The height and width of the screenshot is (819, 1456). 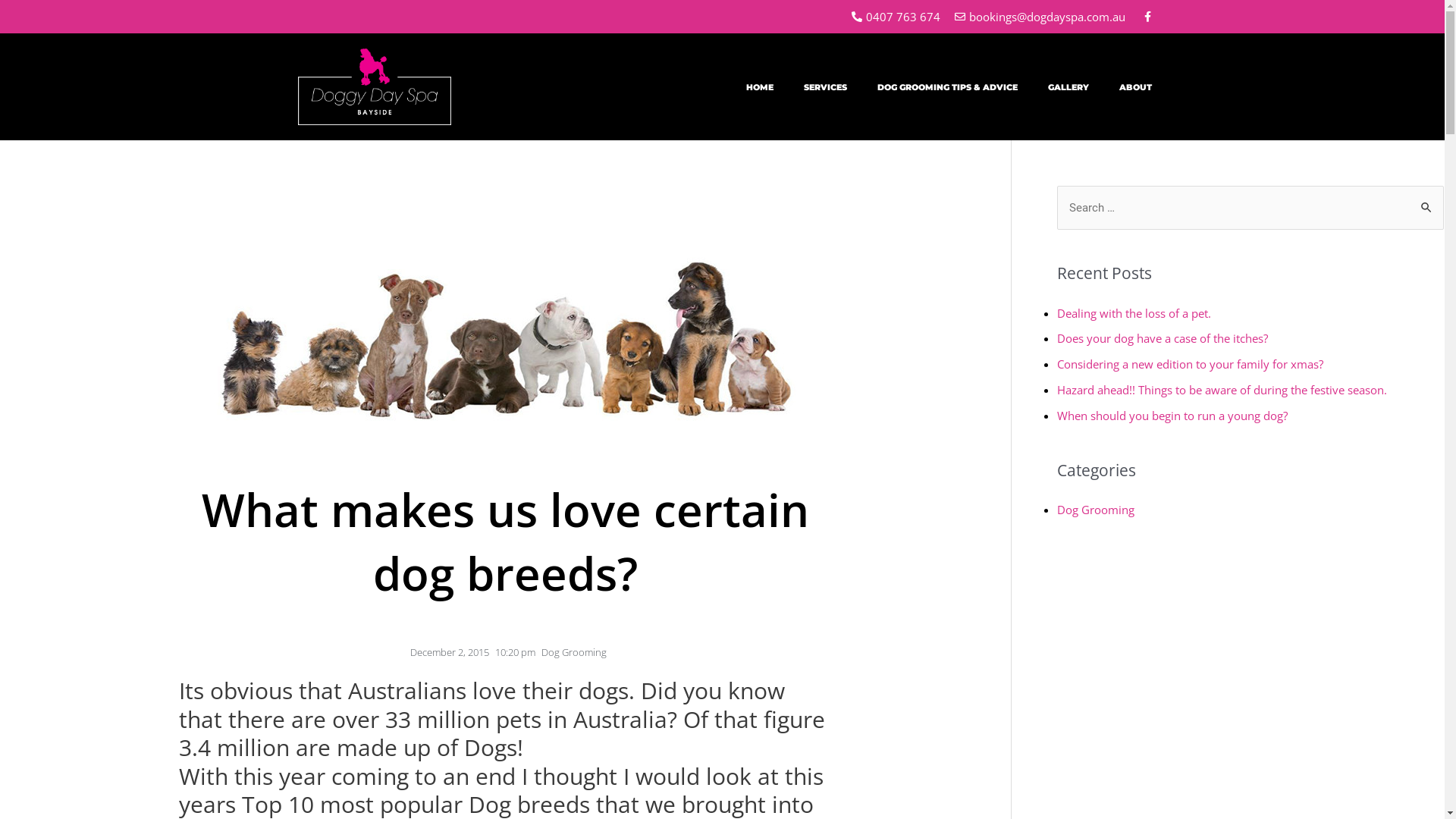 I want to click on 'SERVICES', so click(x=789, y=87).